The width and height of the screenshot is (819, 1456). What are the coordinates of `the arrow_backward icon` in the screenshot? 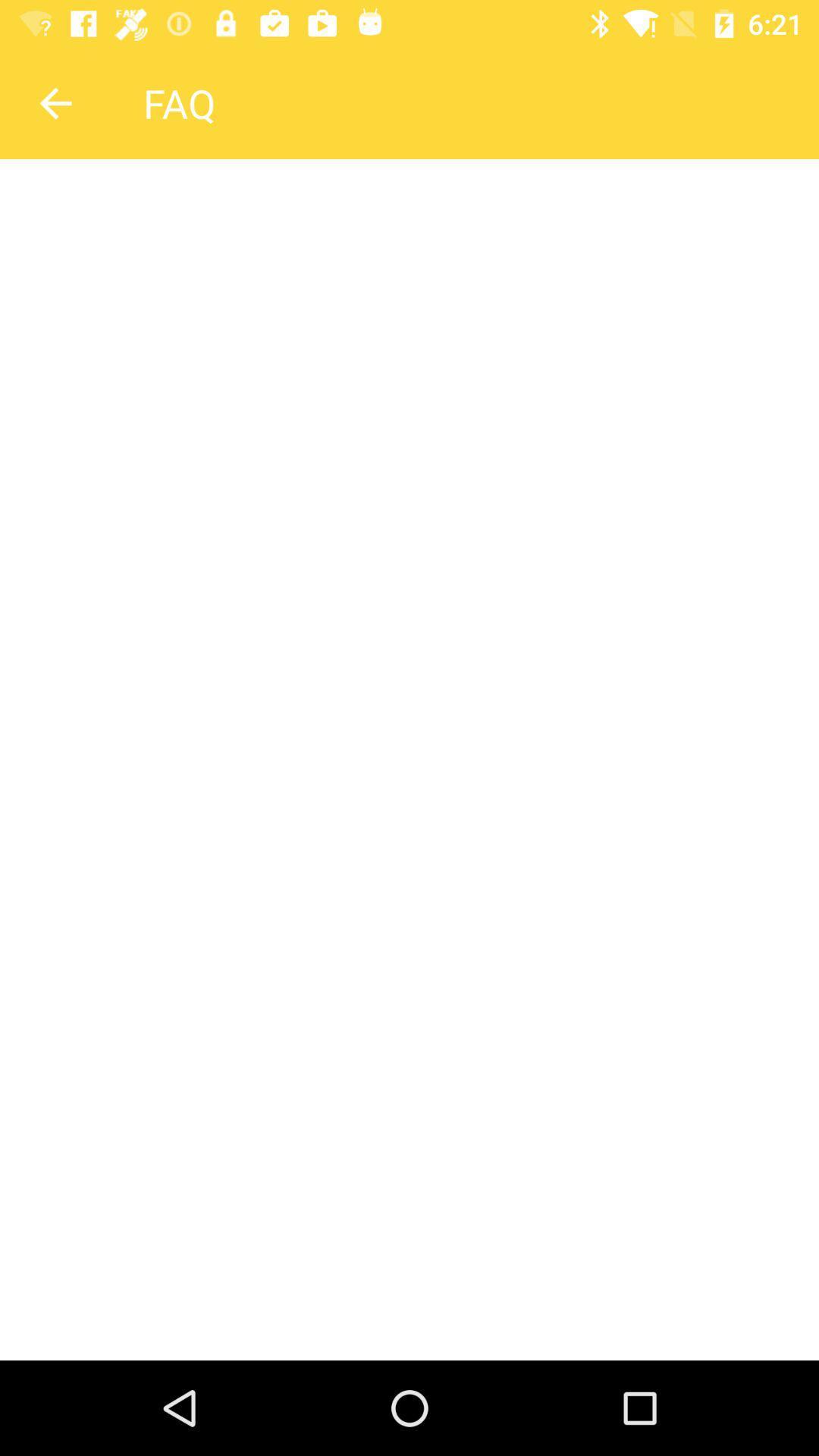 It's located at (55, 102).